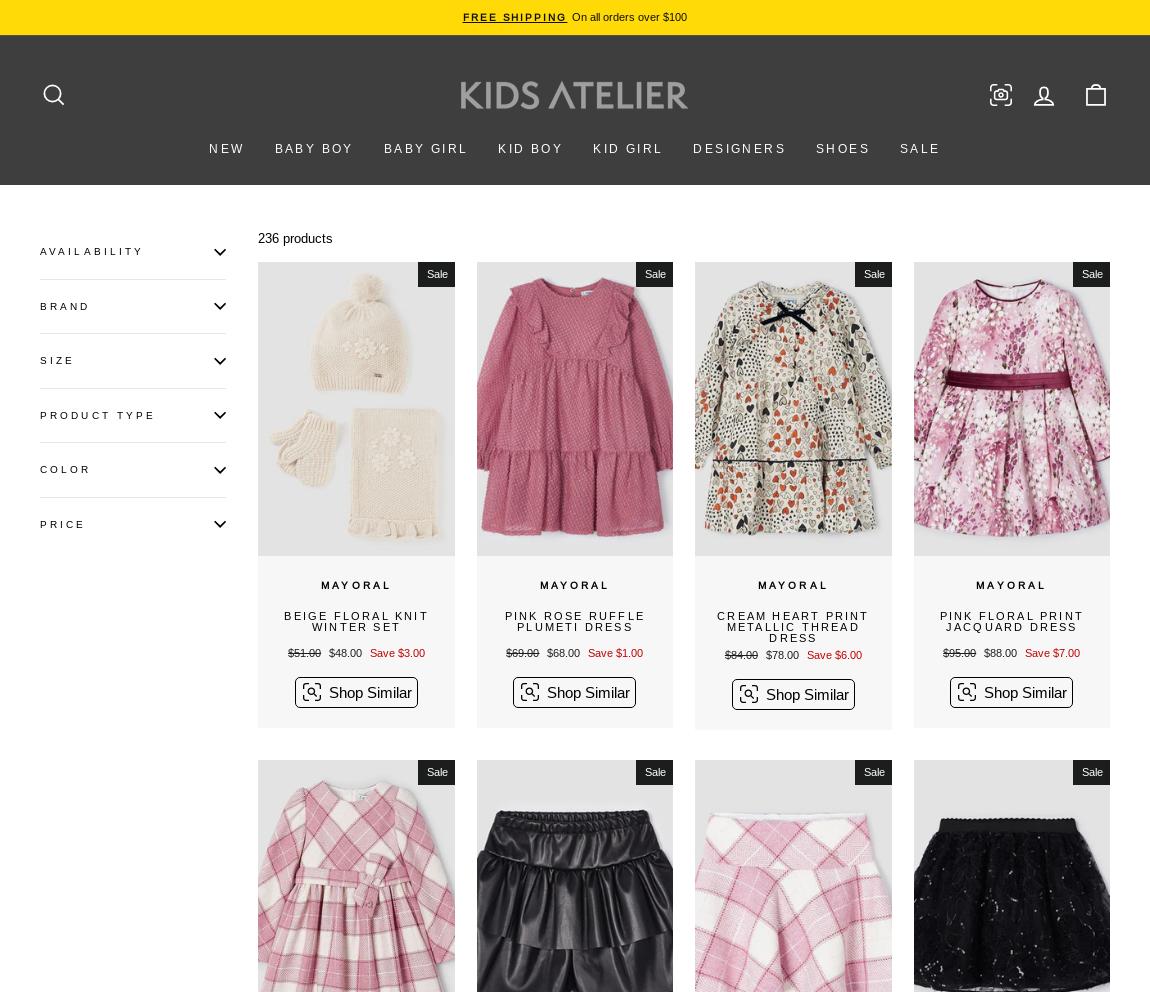 The height and width of the screenshot is (992, 1150). I want to click on 'Save $1.00', so click(614, 653).